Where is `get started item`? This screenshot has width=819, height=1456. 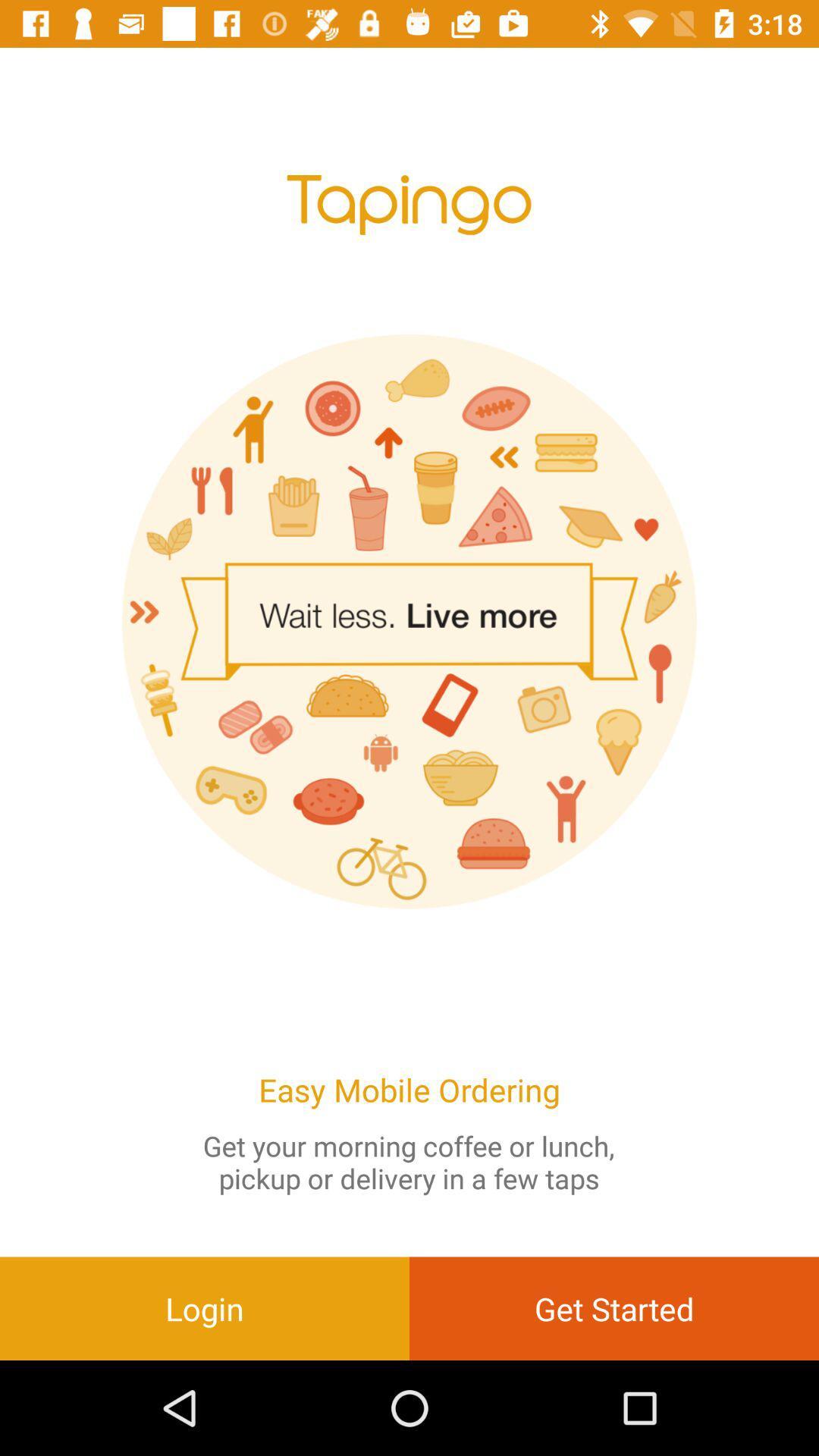 get started item is located at coordinates (614, 1307).